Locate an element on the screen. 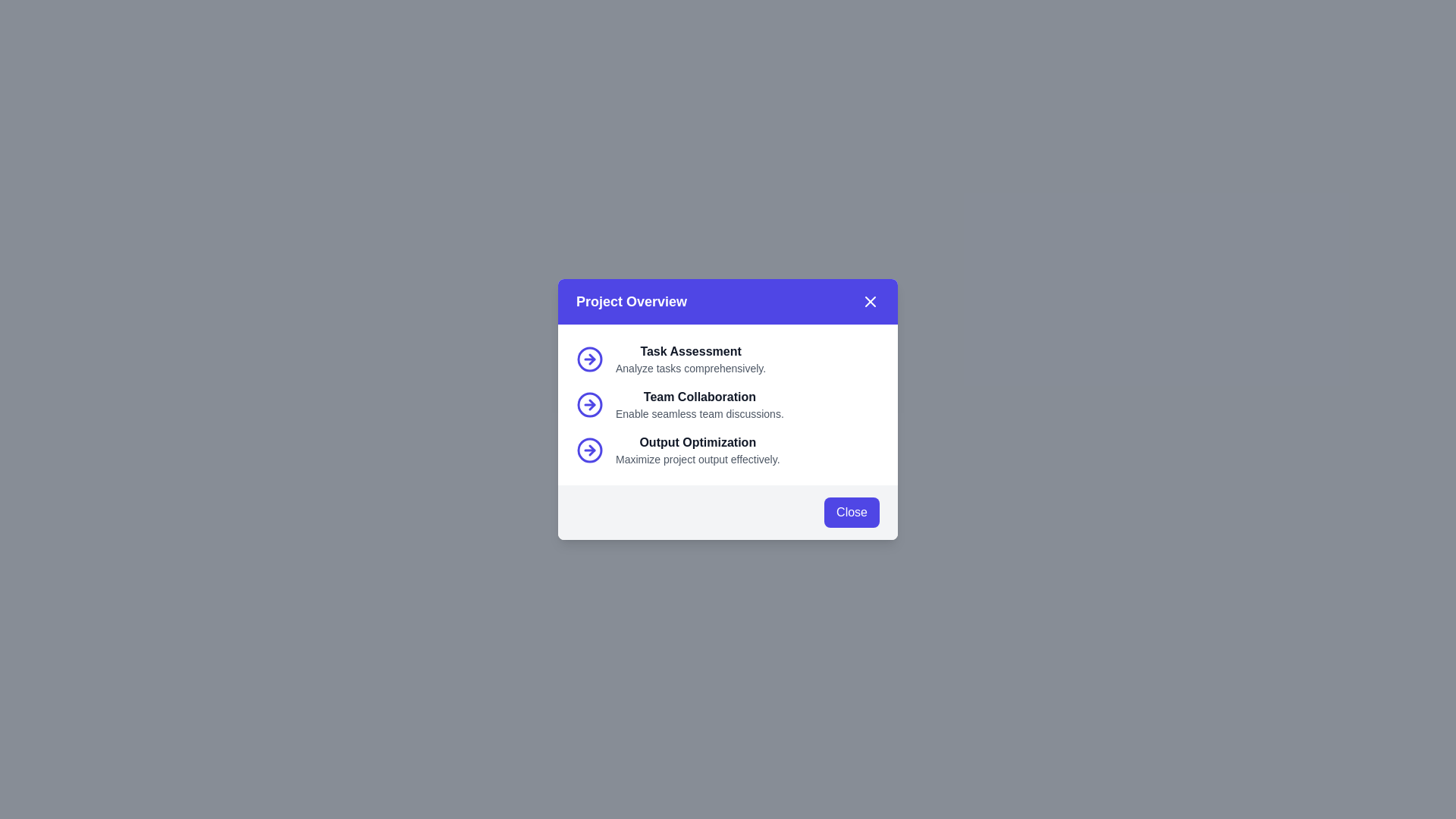 This screenshot has height=819, width=1456. the third circular arrow icon that indicates forward navigation, located next to the 'Output Optimization' label is located at coordinates (591, 403).